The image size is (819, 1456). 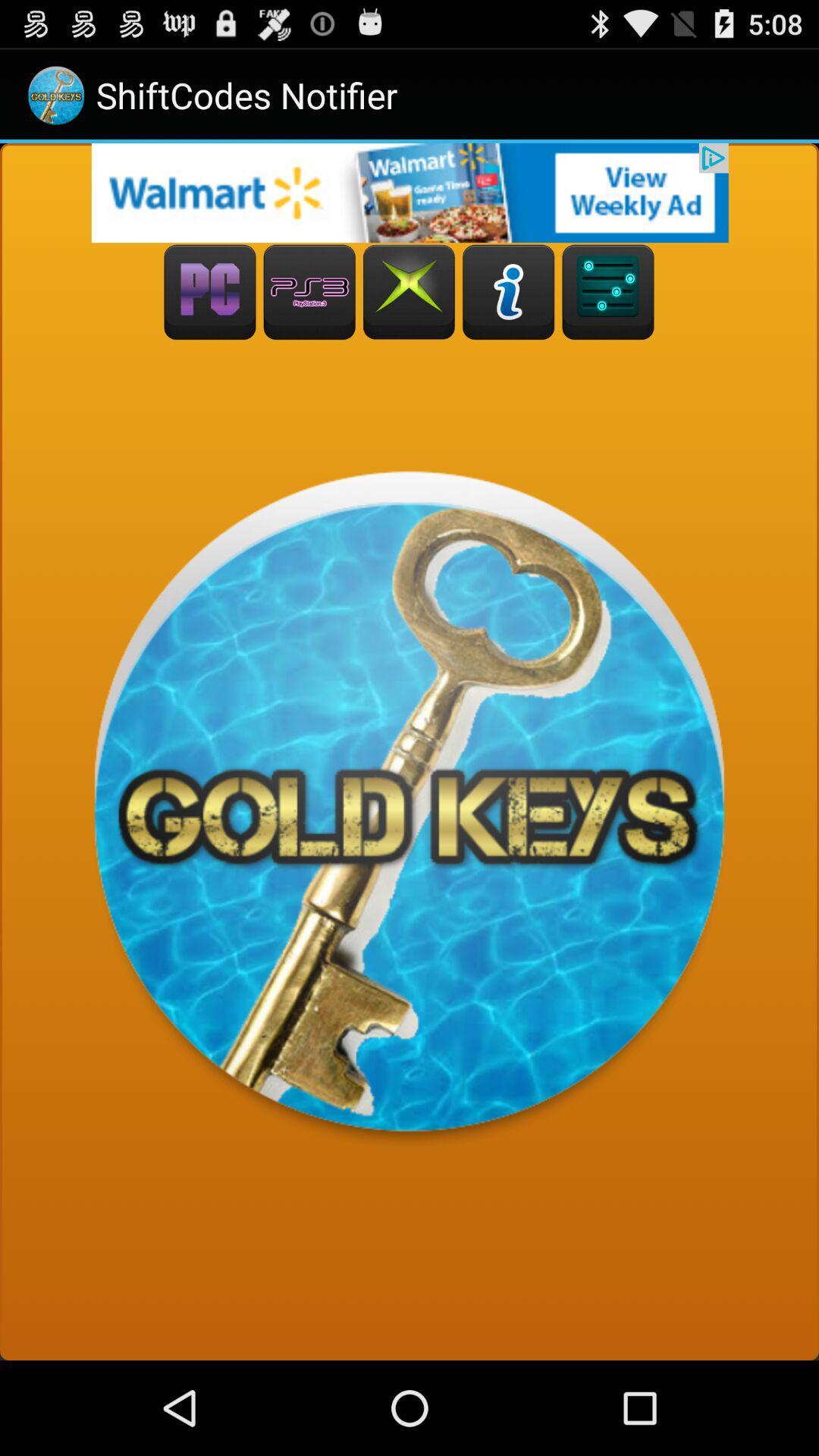 I want to click on launch pc, so click(x=210, y=292).